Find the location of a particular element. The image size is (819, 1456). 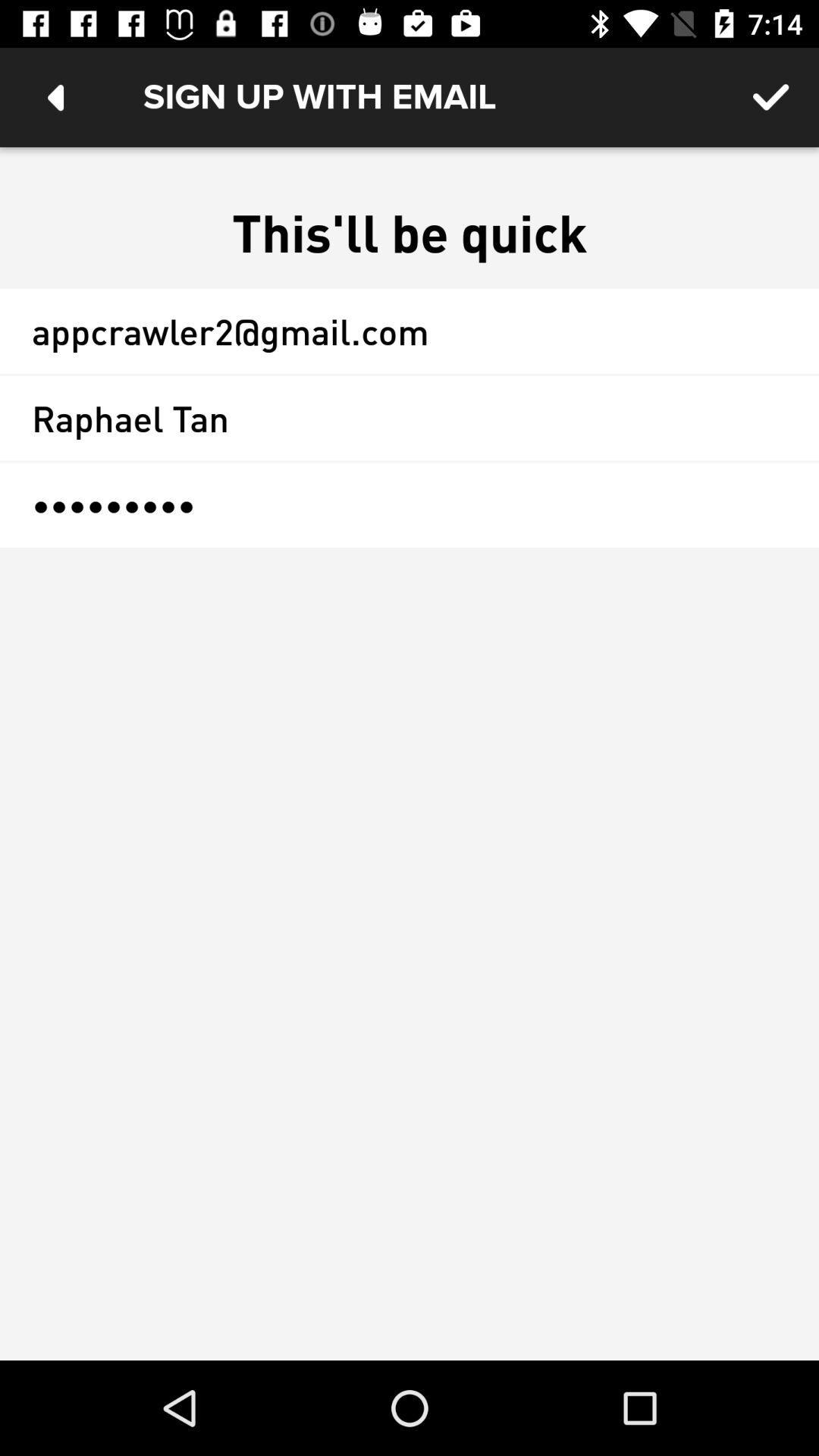

the icon above the this ll be icon is located at coordinates (55, 96).